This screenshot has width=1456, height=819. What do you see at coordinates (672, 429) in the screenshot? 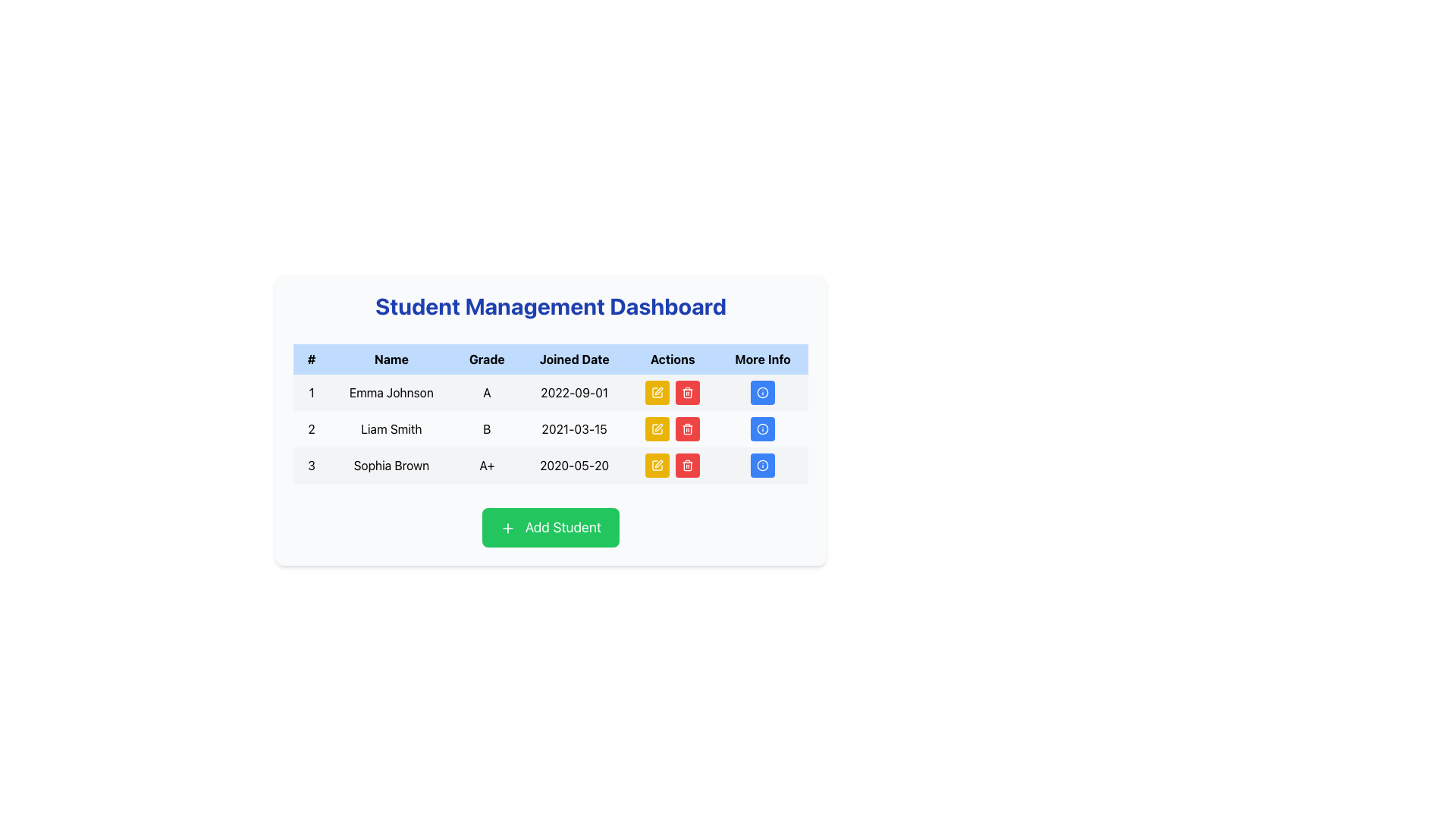
I see `the red trash bin icon located in the 'Actions' column of the second row of the table corresponding to the entry with the name 'Liam Smith'` at bounding box center [672, 429].